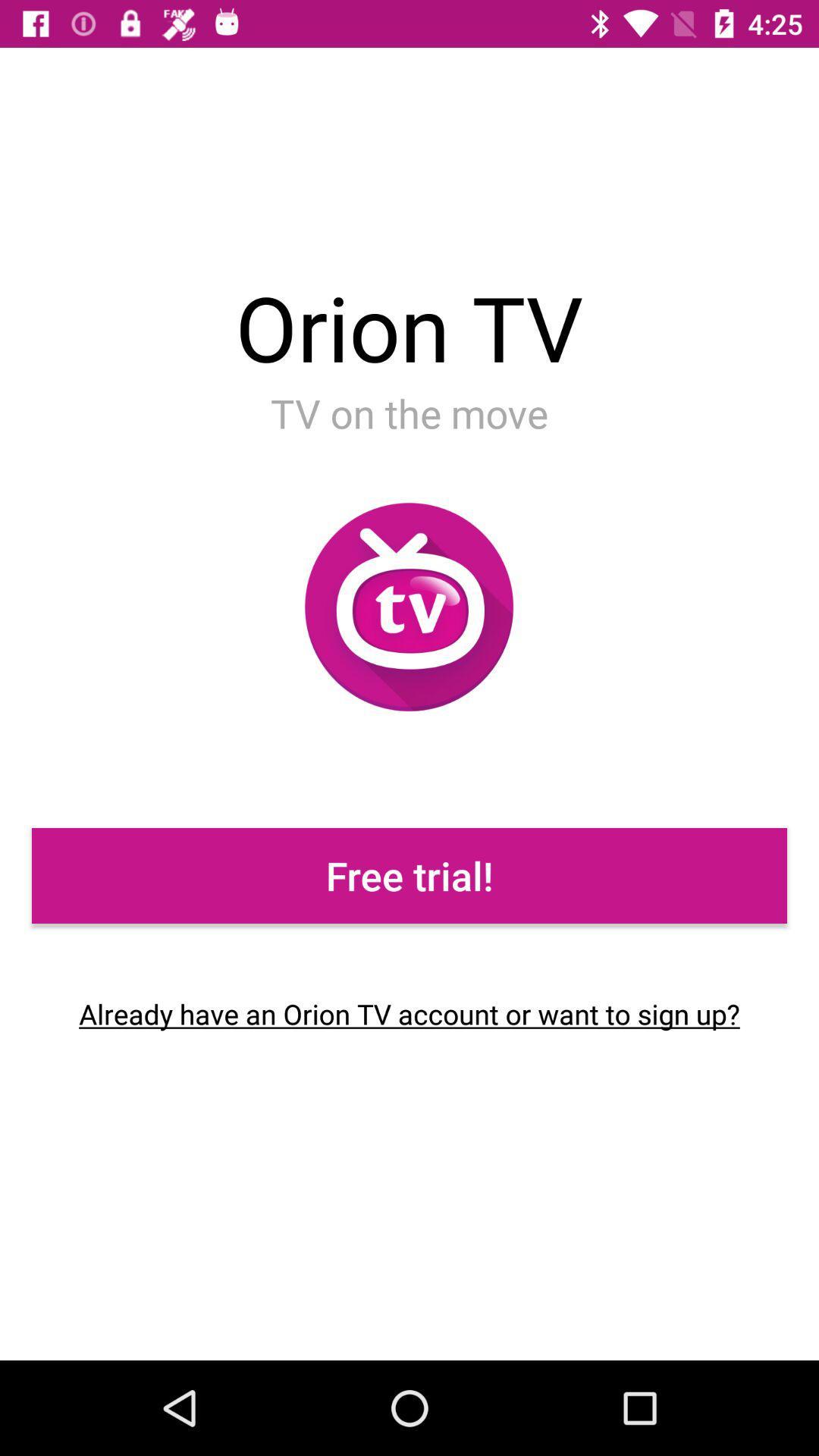 The height and width of the screenshot is (1456, 819). What do you see at coordinates (409, 1014) in the screenshot?
I see `the already have an item` at bounding box center [409, 1014].